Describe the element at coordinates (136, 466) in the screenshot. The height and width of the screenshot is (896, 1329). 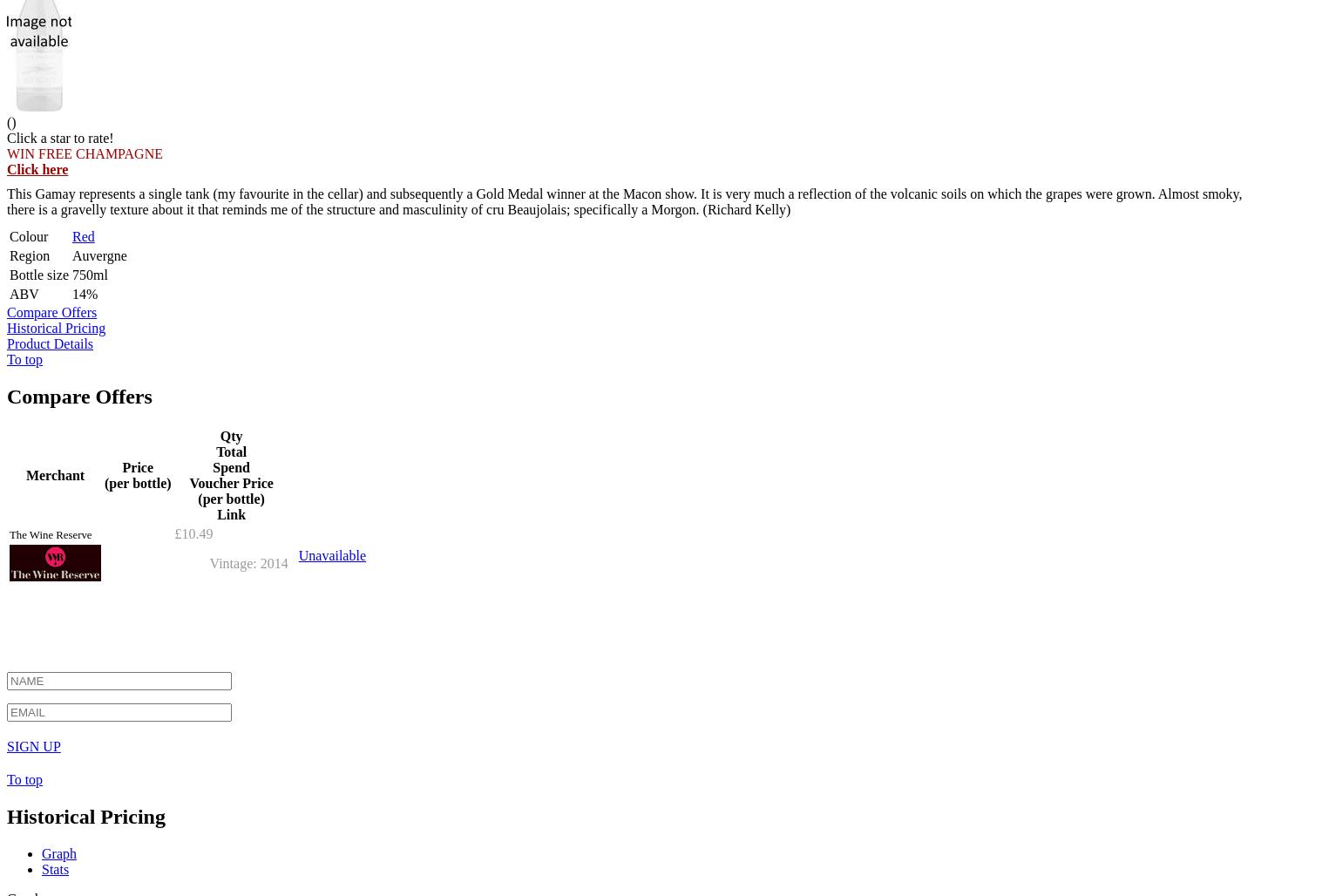
I see `'Price'` at that location.